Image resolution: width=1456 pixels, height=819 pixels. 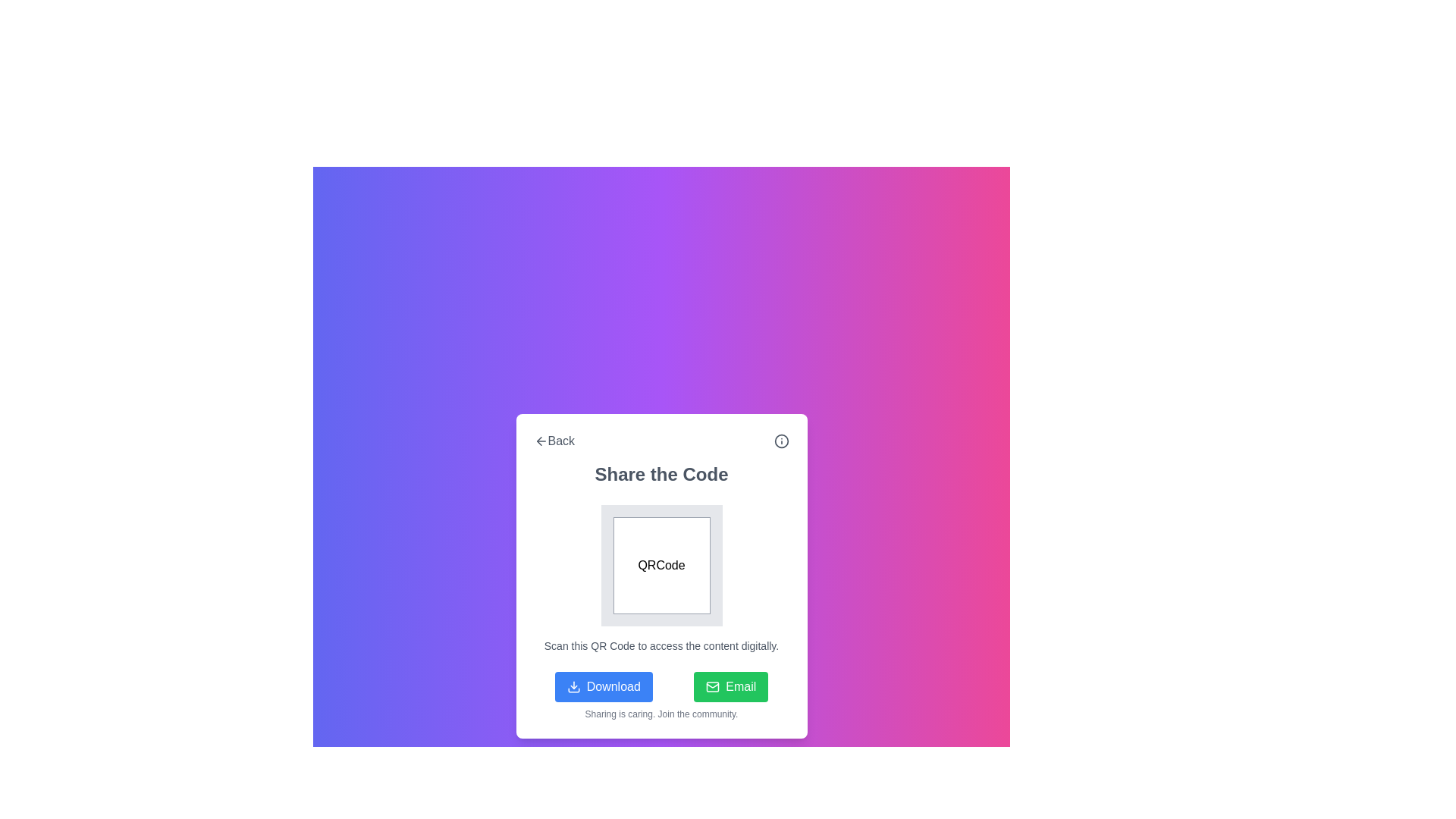 What do you see at coordinates (712, 687) in the screenshot?
I see `the light green rounded rectangle element that serves as the main body of the envelope icon in the 'Share the Code' interface` at bounding box center [712, 687].